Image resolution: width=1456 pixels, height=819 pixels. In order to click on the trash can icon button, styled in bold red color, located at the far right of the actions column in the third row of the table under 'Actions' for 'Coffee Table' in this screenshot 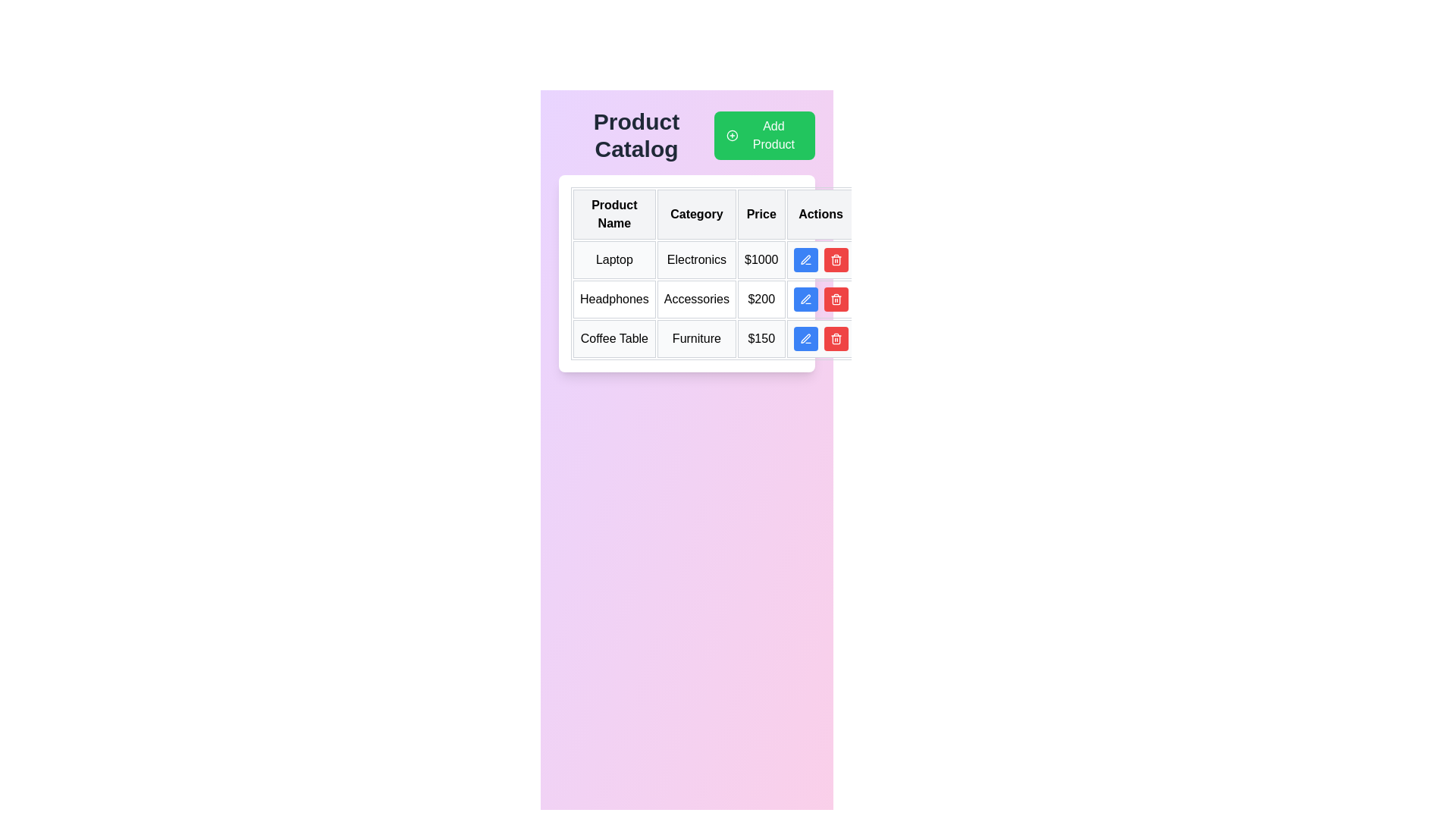, I will do `click(835, 299)`.